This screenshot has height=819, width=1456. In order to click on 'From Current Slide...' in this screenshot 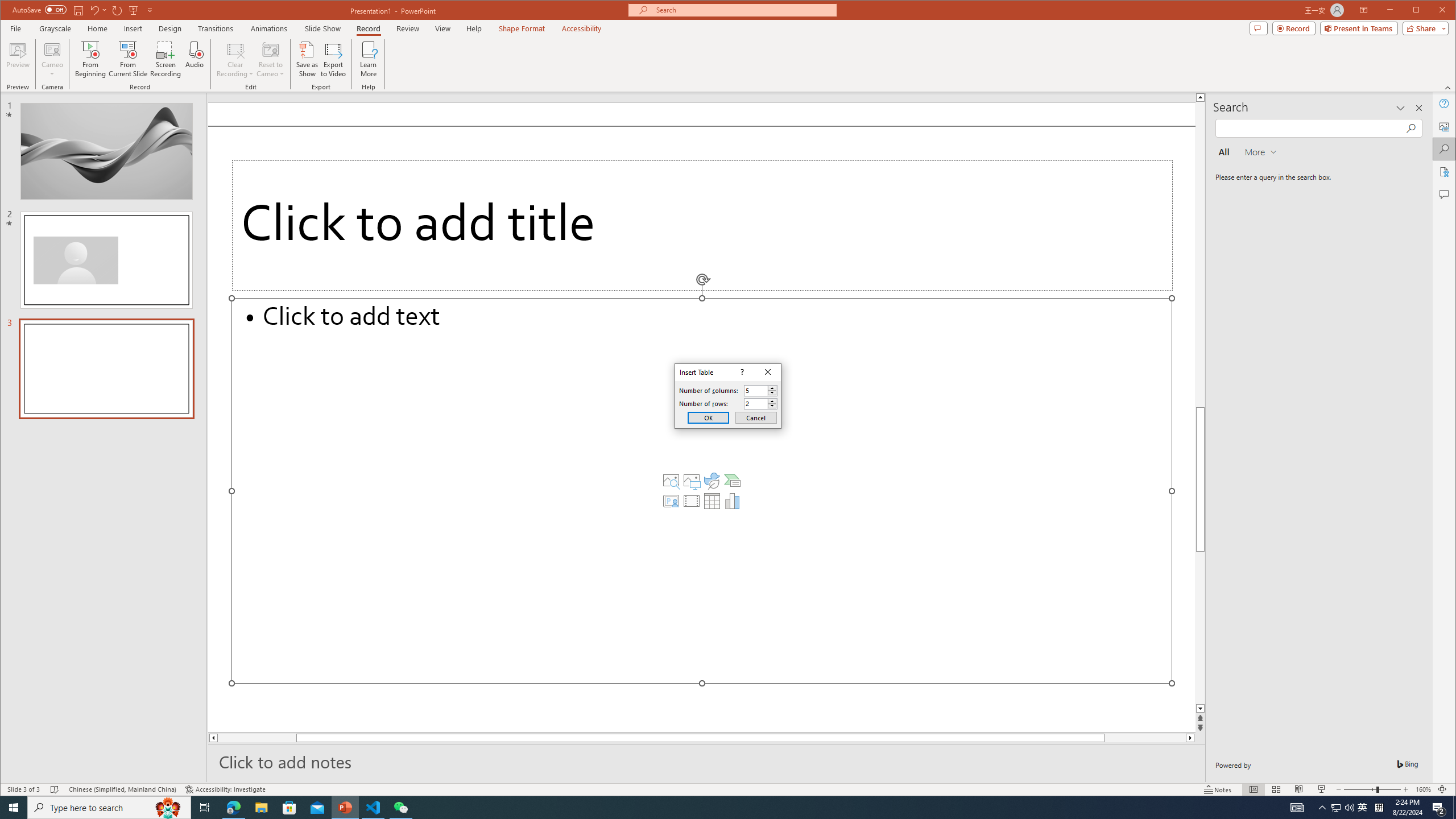, I will do `click(127, 59)`.